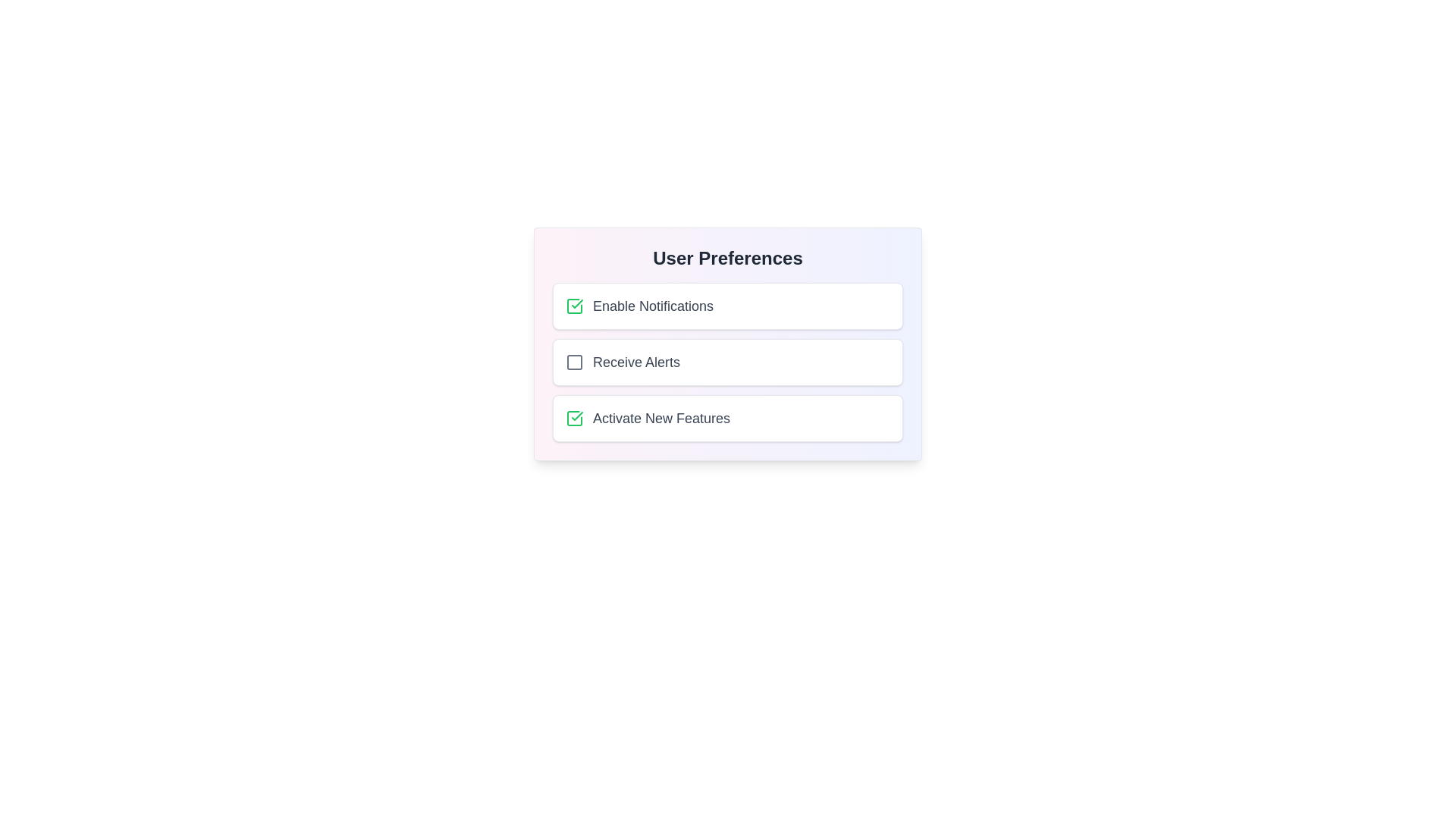 This screenshot has width=1456, height=819. What do you see at coordinates (728, 418) in the screenshot?
I see `the third option in the 'User Preferences' section which is a checkbox indicating the activation of new features` at bounding box center [728, 418].